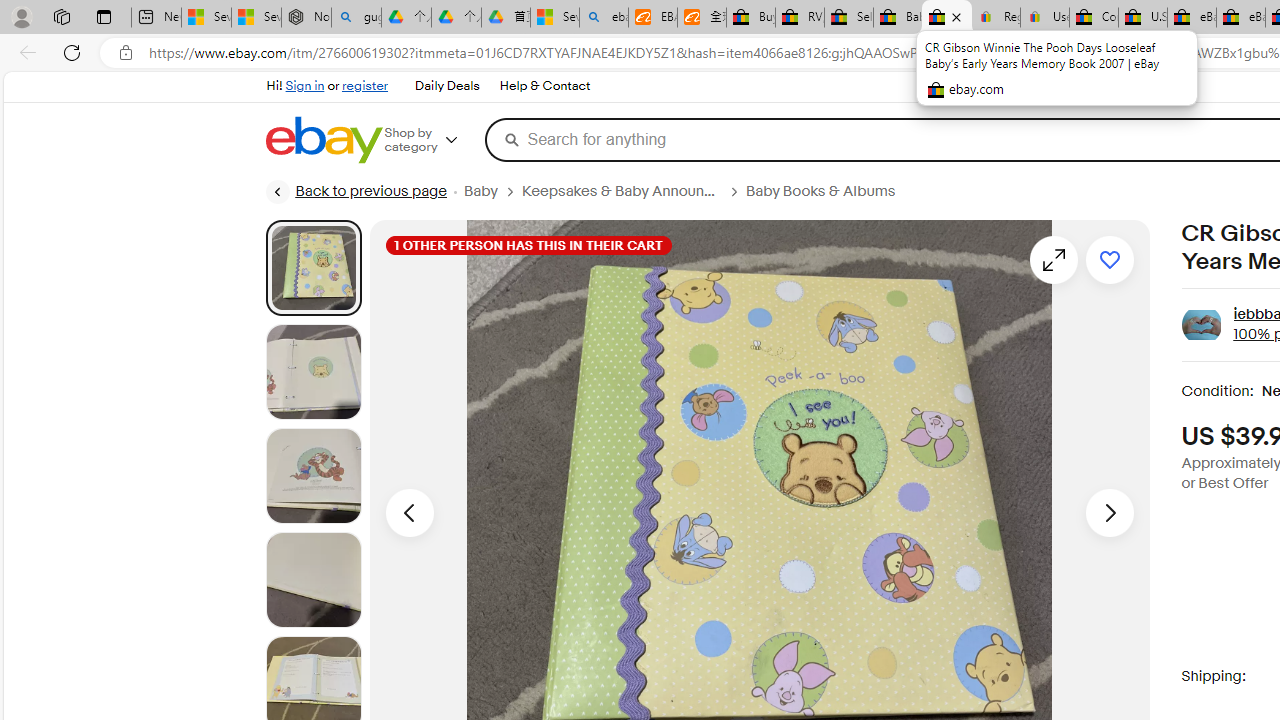 Image resolution: width=1280 pixels, height=720 pixels. What do you see at coordinates (355, 191) in the screenshot?
I see `'Back to previous page'` at bounding box center [355, 191].